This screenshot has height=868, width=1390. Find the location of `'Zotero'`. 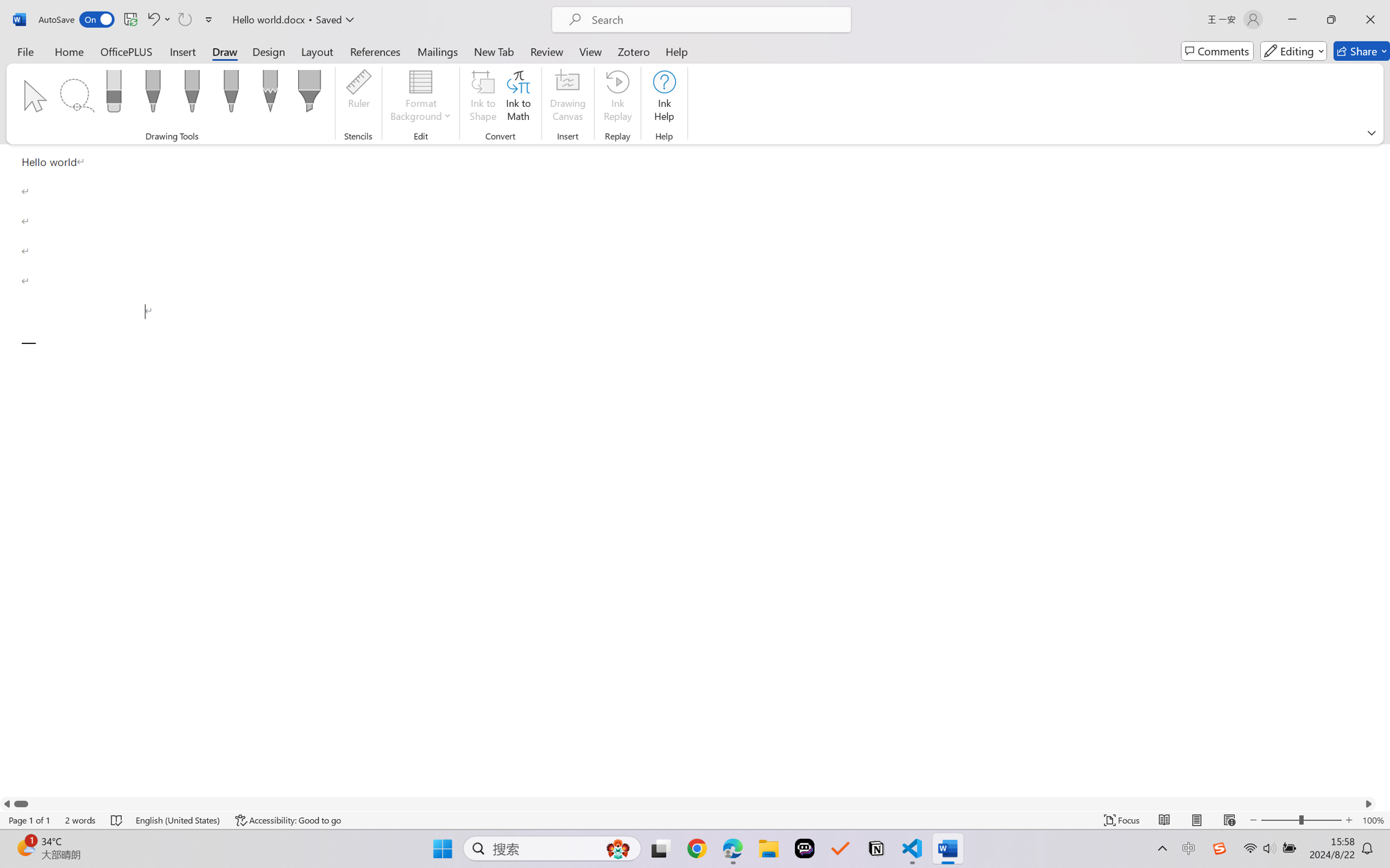

'Zotero' is located at coordinates (633, 51).